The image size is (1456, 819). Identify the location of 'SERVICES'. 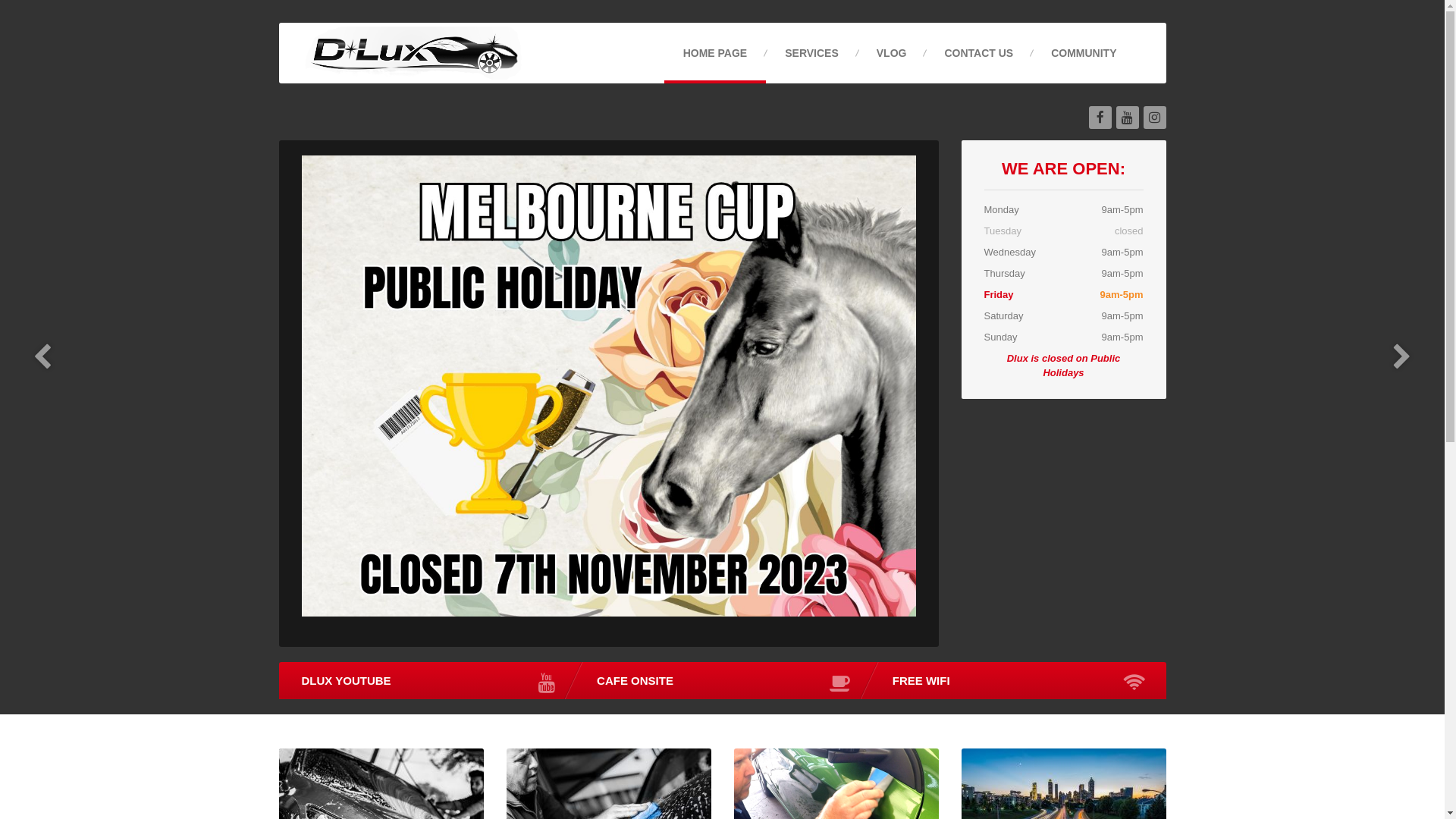
(765, 52).